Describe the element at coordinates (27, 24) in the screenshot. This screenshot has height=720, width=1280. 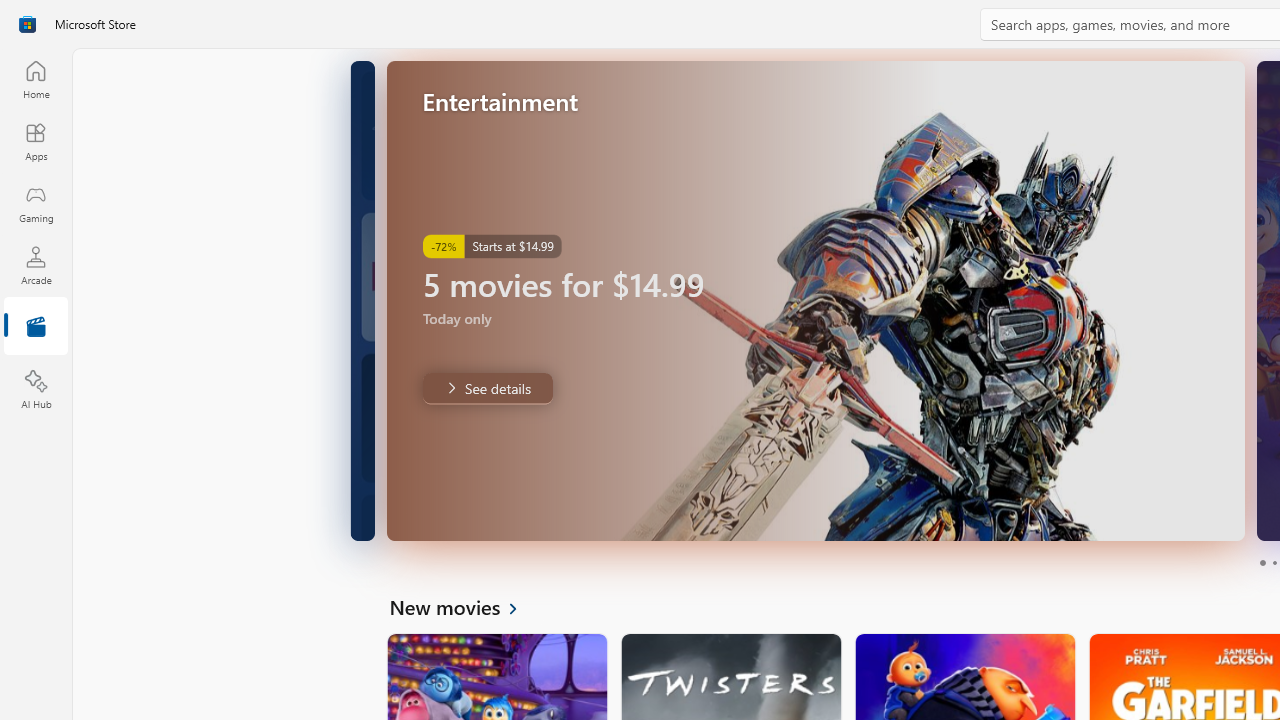
I see `'Class: Image'` at that location.